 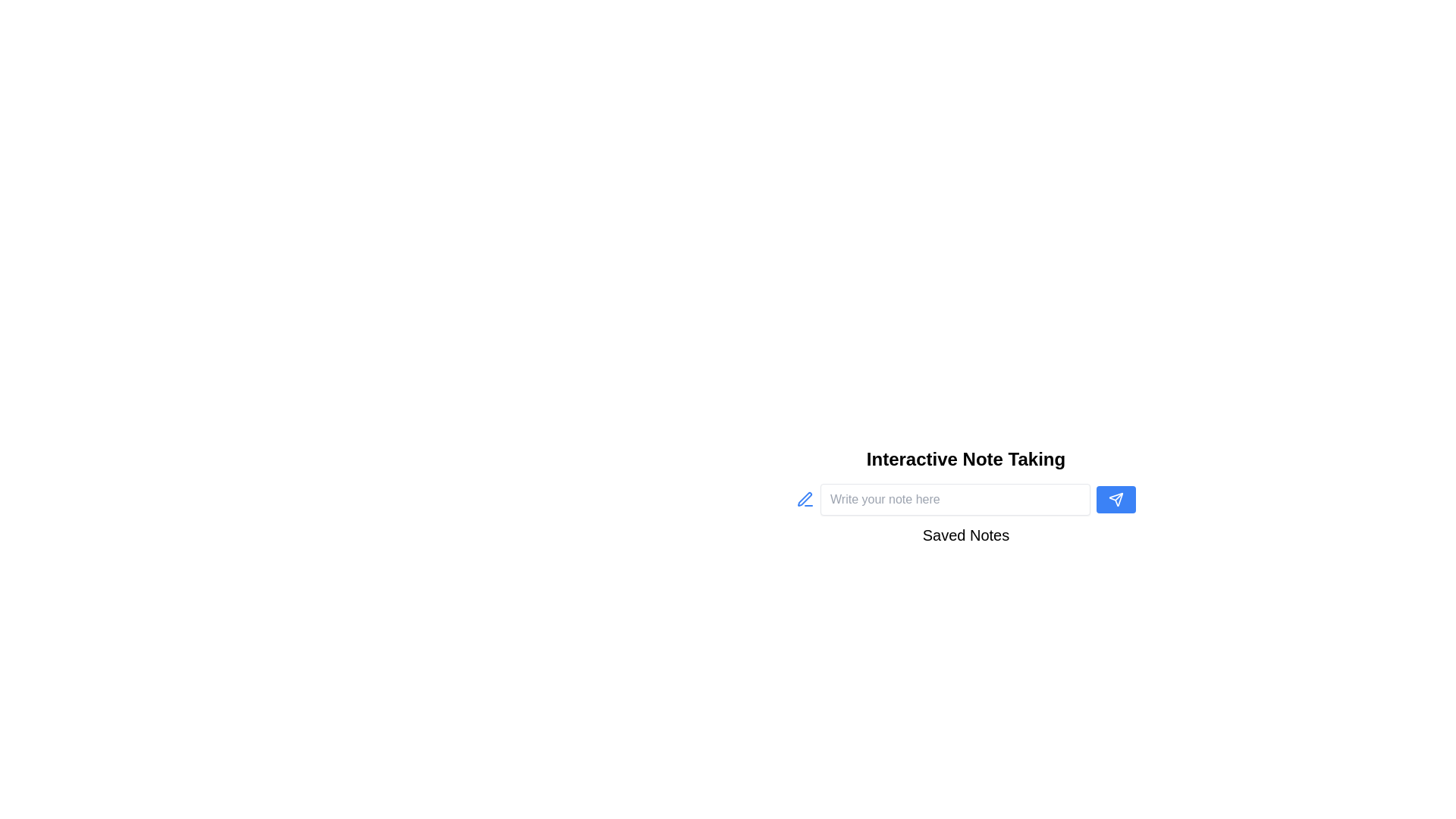 I want to click on the minimalistic pen tip icon styled with thin blue lines, located to the left of the 'Write your note here' text box, so click(x=804, y=500).